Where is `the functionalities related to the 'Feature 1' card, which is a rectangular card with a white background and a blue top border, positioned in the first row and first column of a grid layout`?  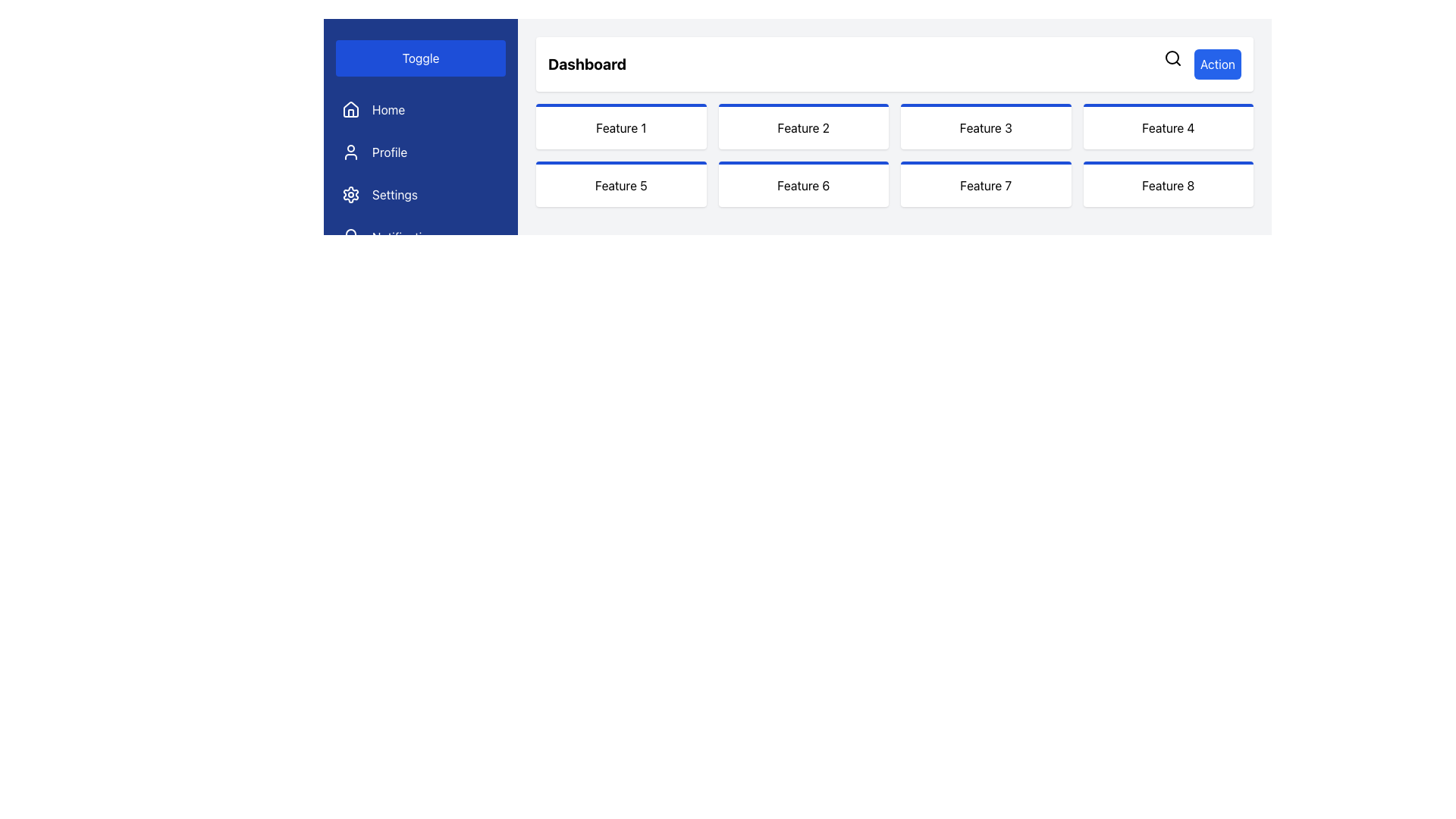
the functionalities related to the 'Feature 1' card, which is a rectangular card with a white background and a blue top border, positioned in the first row and first column of a grid layout is located at coordinates (621, 125).